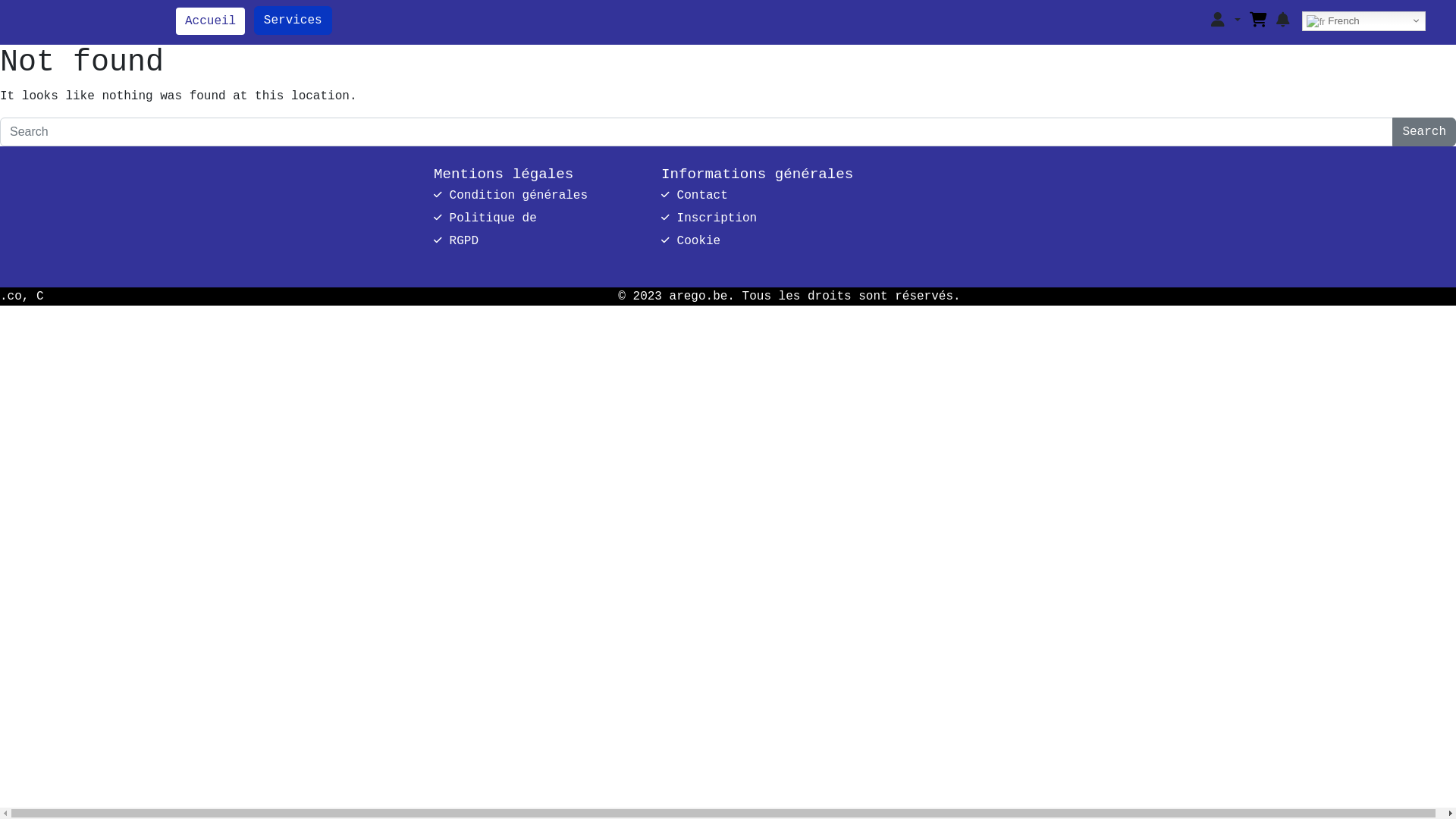 This screenshot has width=1456, height=819. Describe the element at coordinates (1363, 20) in the screenshot. I see `'French'` at that location.